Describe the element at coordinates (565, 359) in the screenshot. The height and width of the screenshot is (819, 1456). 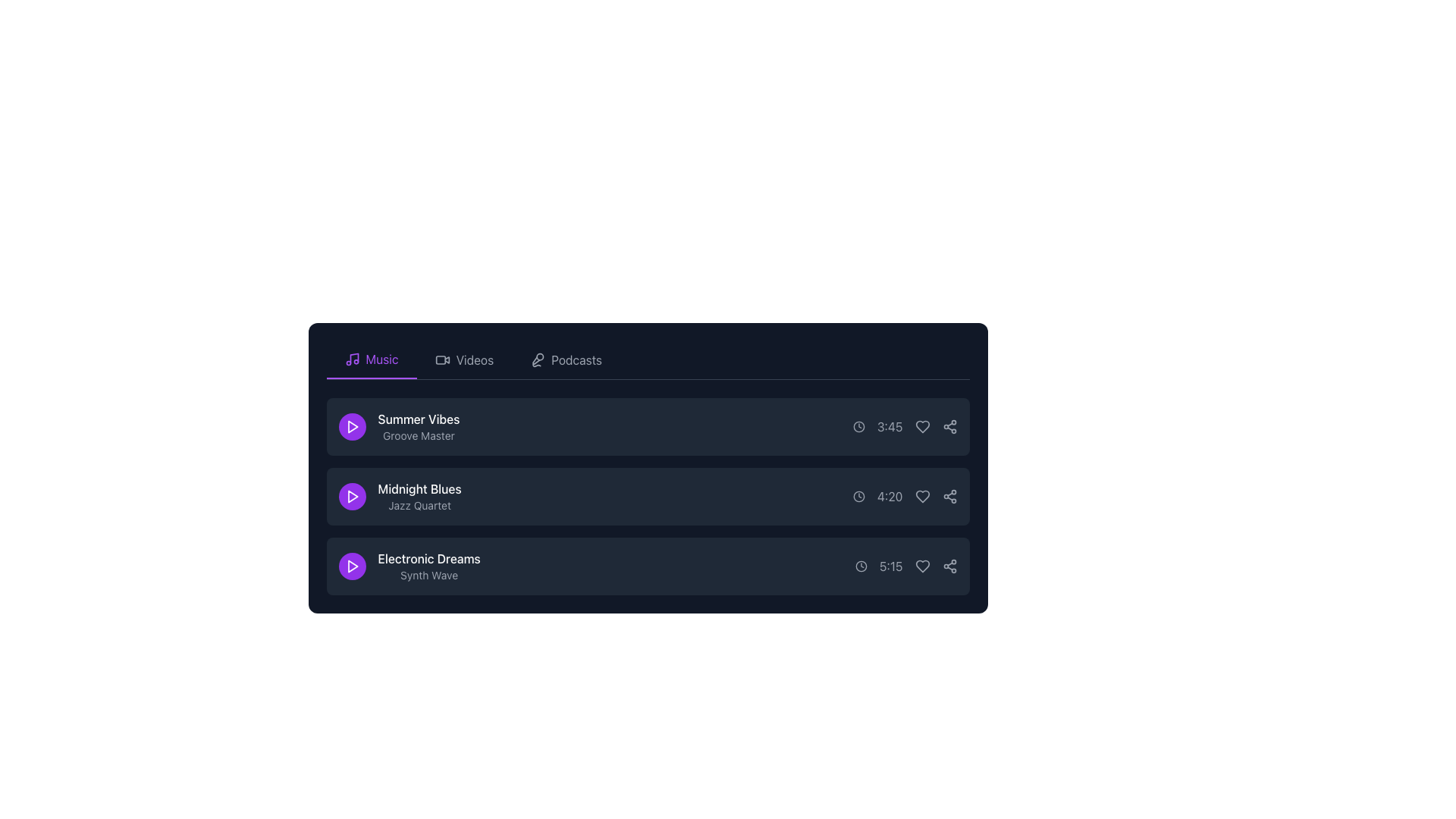
I see `the 'Podcasts' navigation button in the horizontal toolbar` at that location.